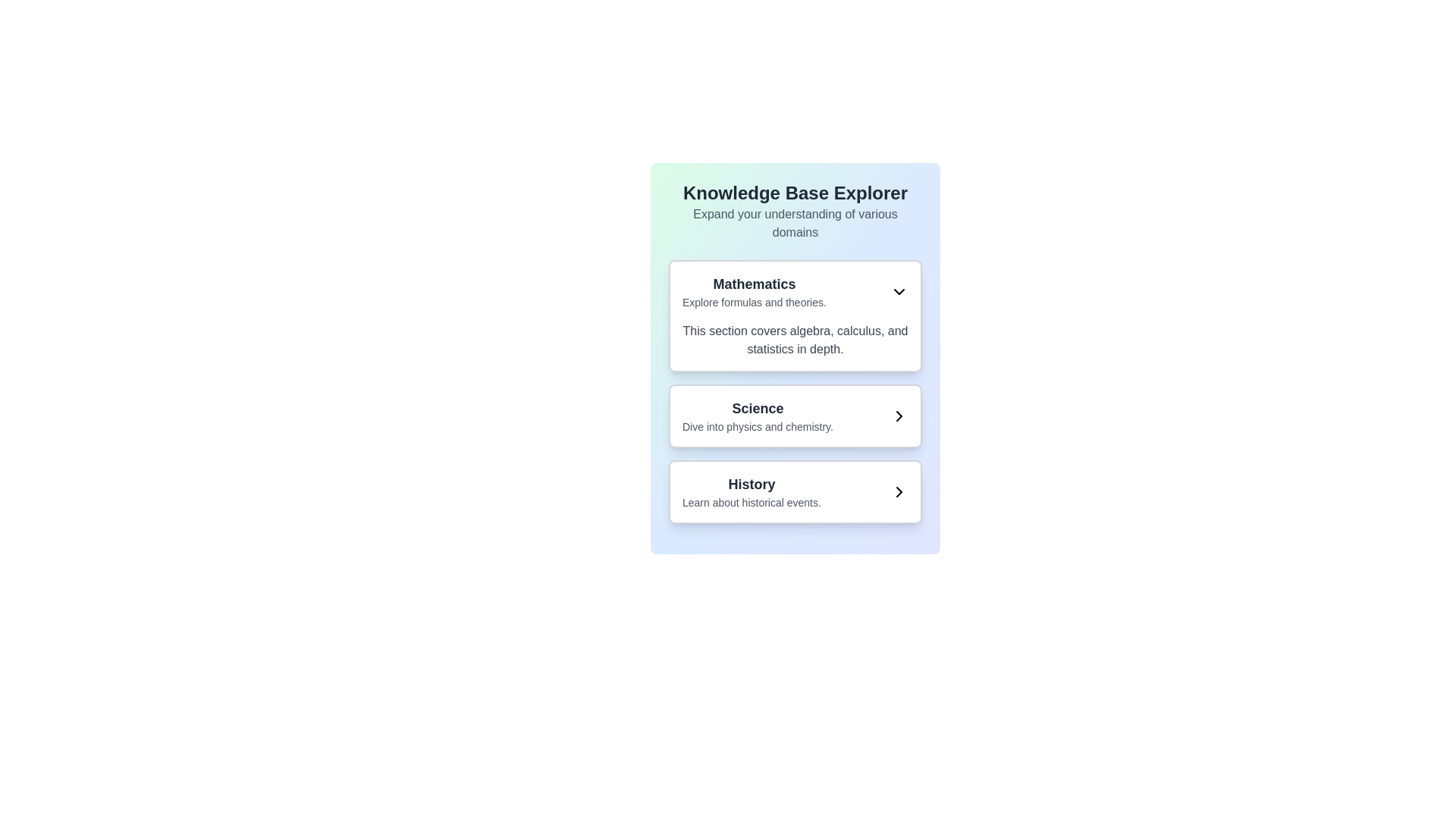  Describe the element at coordinates (752, 485) in the screenshot. I see `the 'History' text label, which is styled in bold dark grey and located at the top of the third card in a vertical stack of cards` at that location.